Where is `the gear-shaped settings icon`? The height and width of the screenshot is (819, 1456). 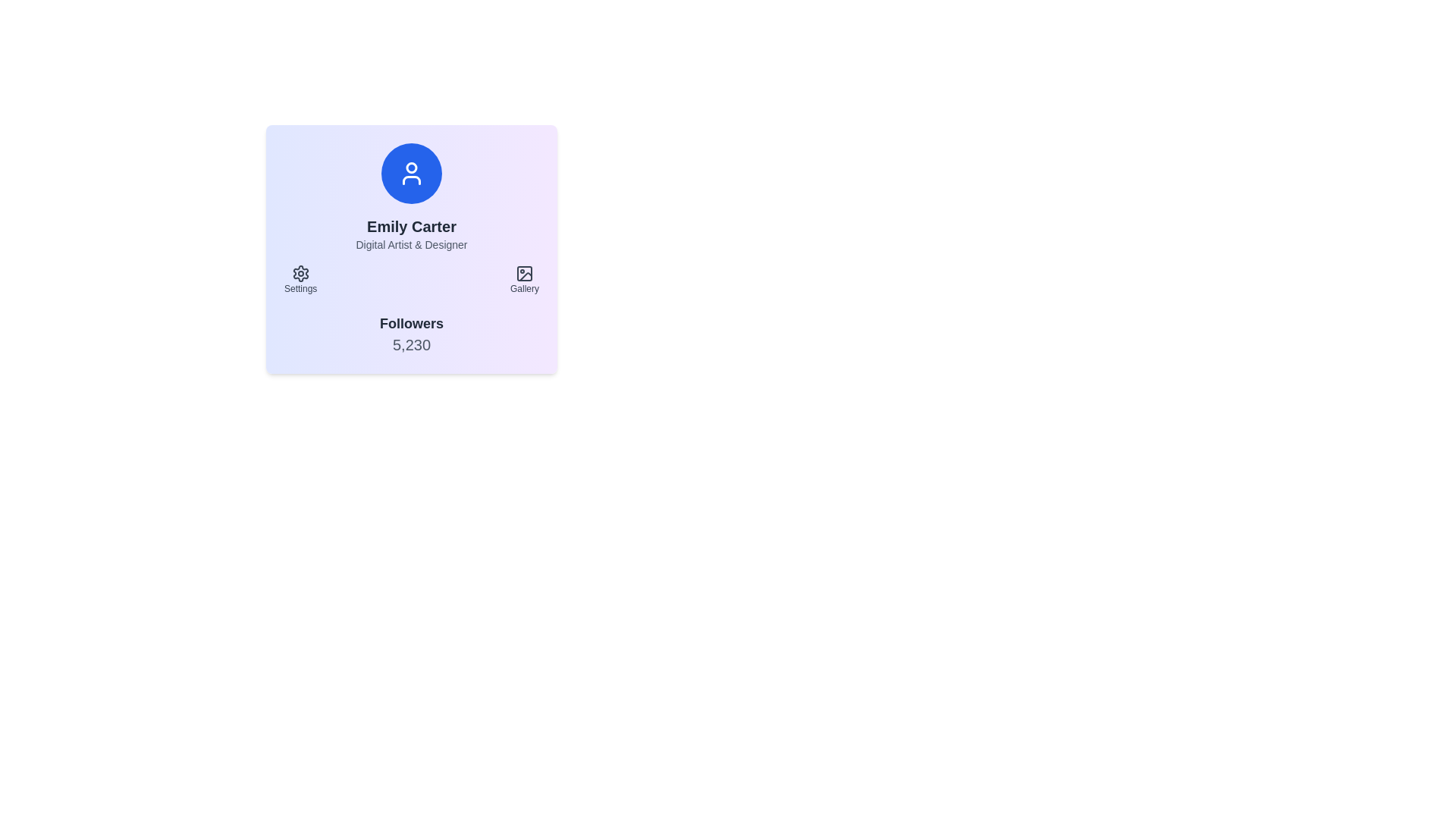 the gear-shaped settings icon is located at coordinates (300, 274).